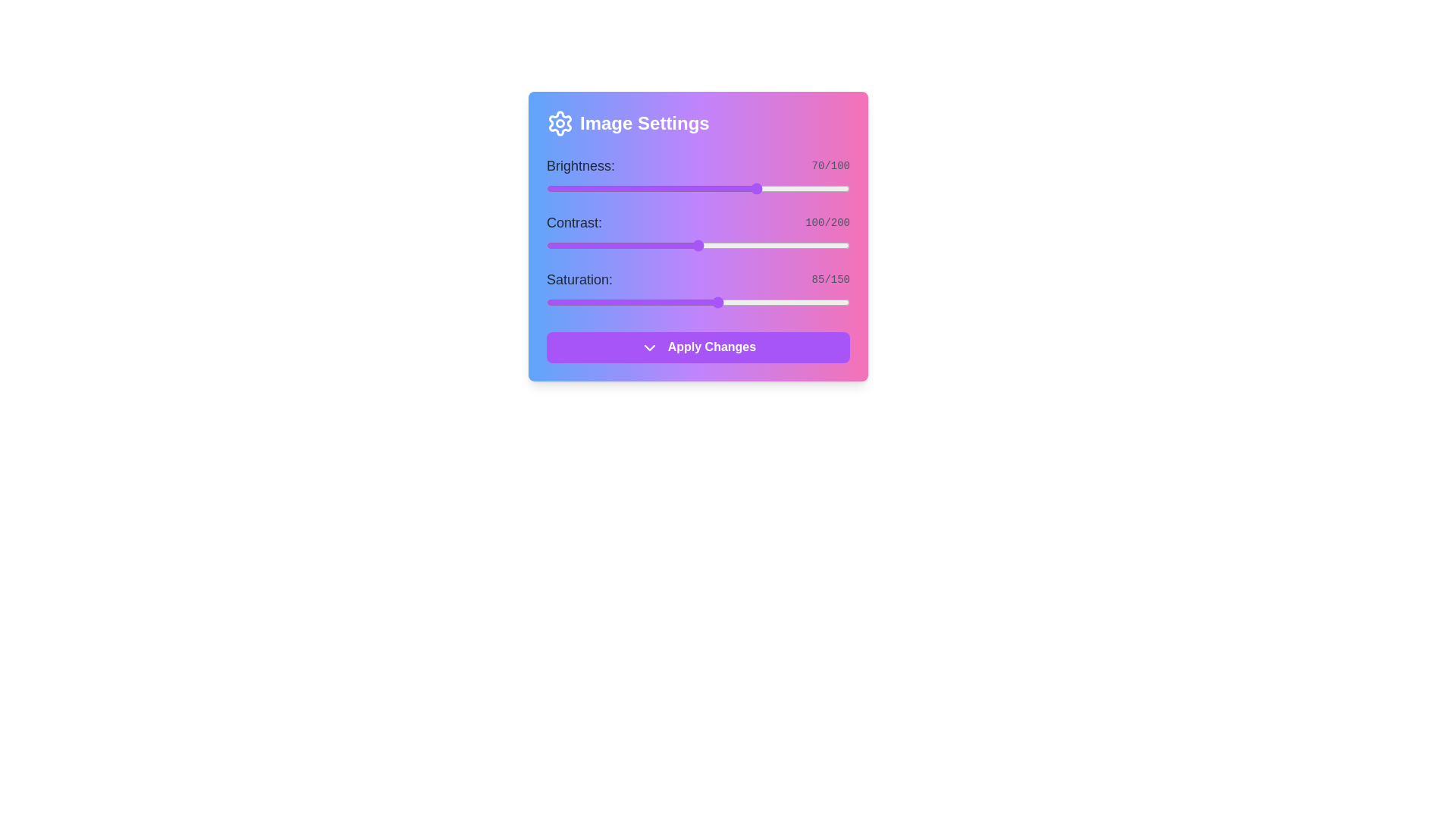 The height and width of the screenshot is (819, 1456). Describe the element at coordinates (771, 188) in the screenshot. I see `the brightness slider to set brightness to 74` at that location.